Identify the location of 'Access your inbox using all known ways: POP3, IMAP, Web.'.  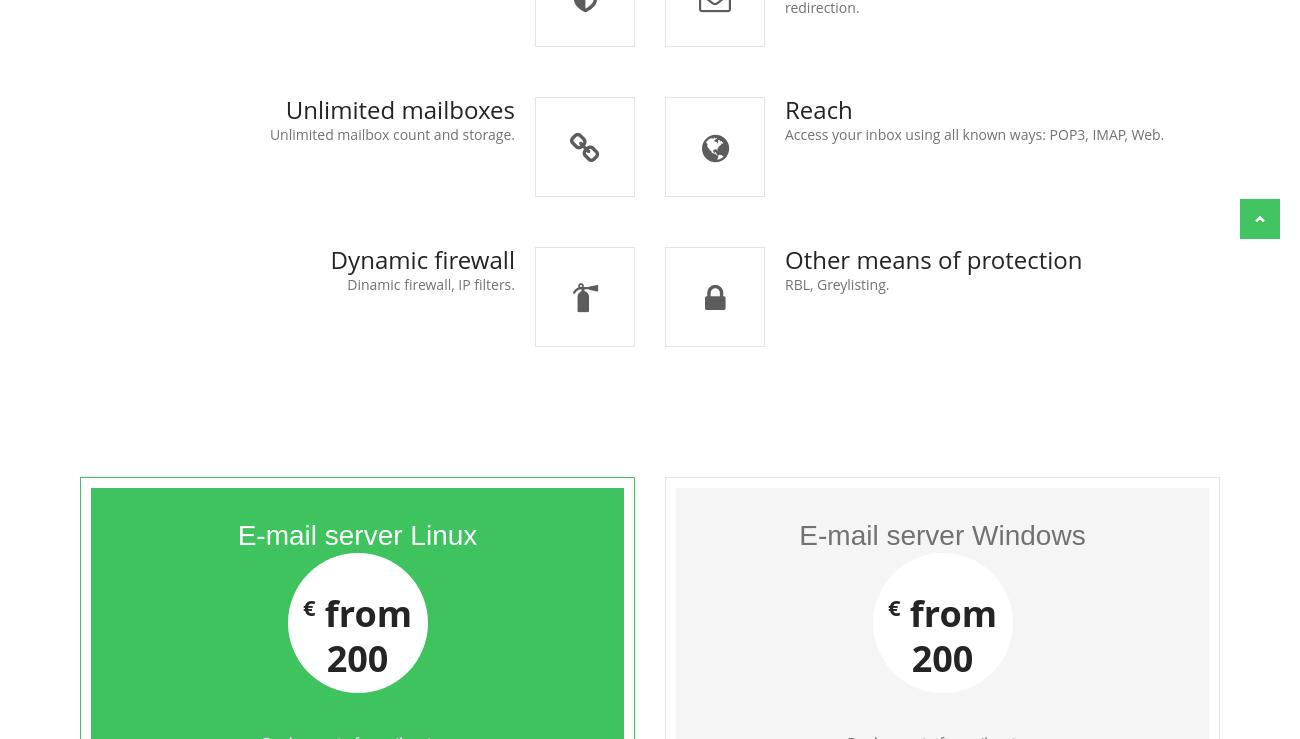
(974, 134).